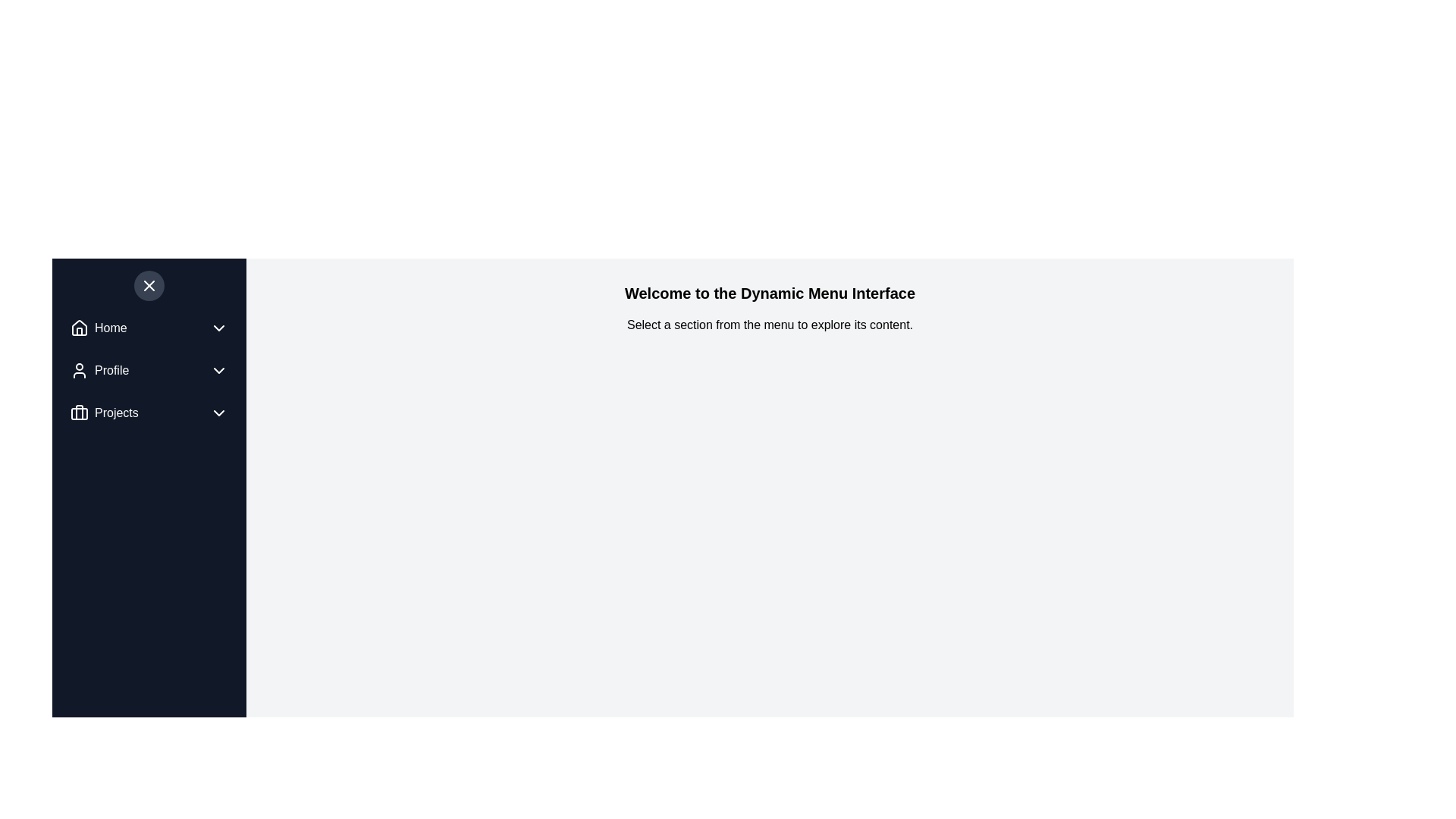 The height and width of the screenshot is (819, 1456). Describe the element at coordinates (770, 324) in the screenshot. I see `the static text element that prompts the user to choose a menu section, located beneath the header 'Welcome to the Dynamic Menu Interface'` at that location.